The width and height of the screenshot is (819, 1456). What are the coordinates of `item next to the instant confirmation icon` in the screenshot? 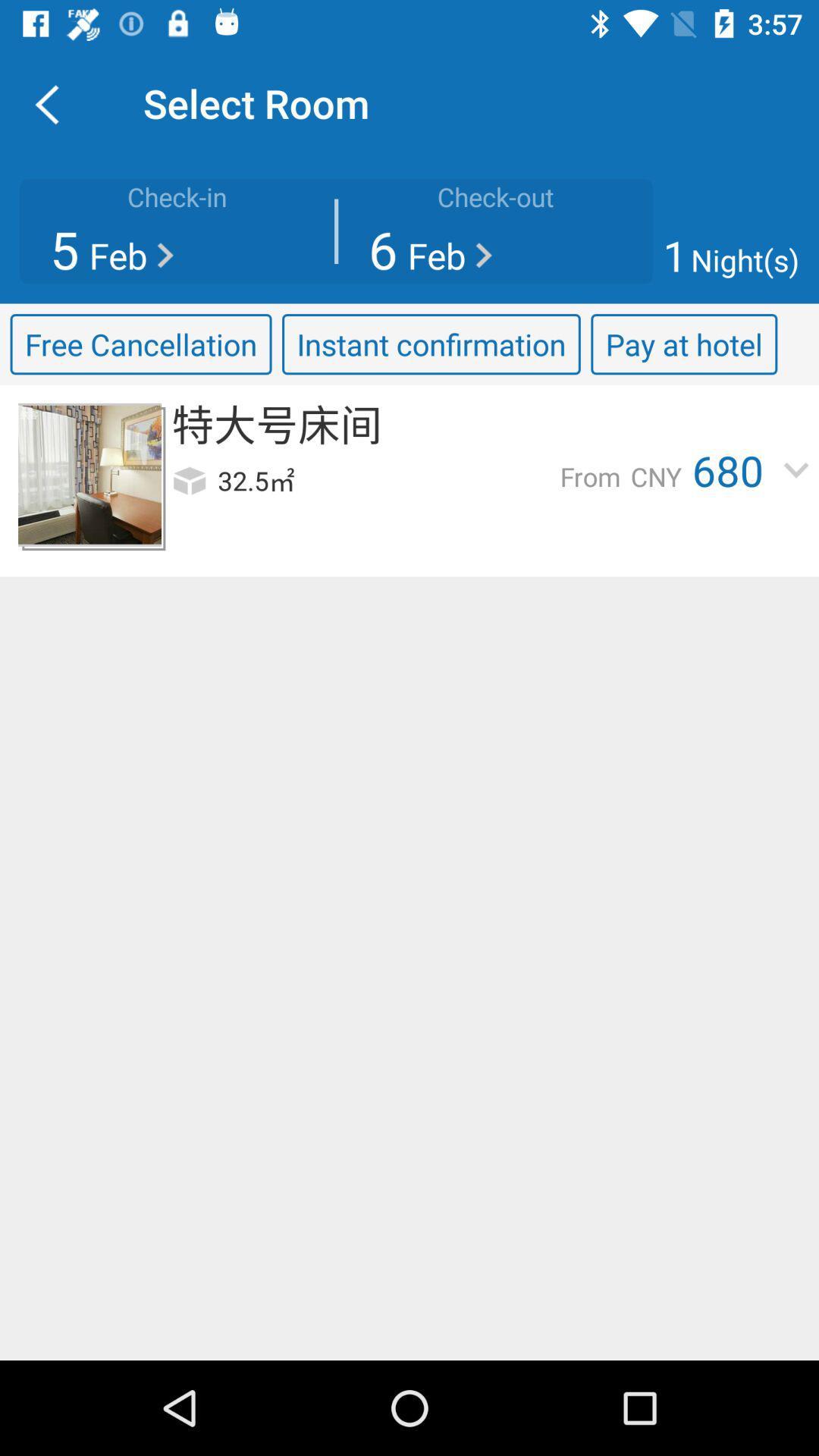 It's located at (684, 344).